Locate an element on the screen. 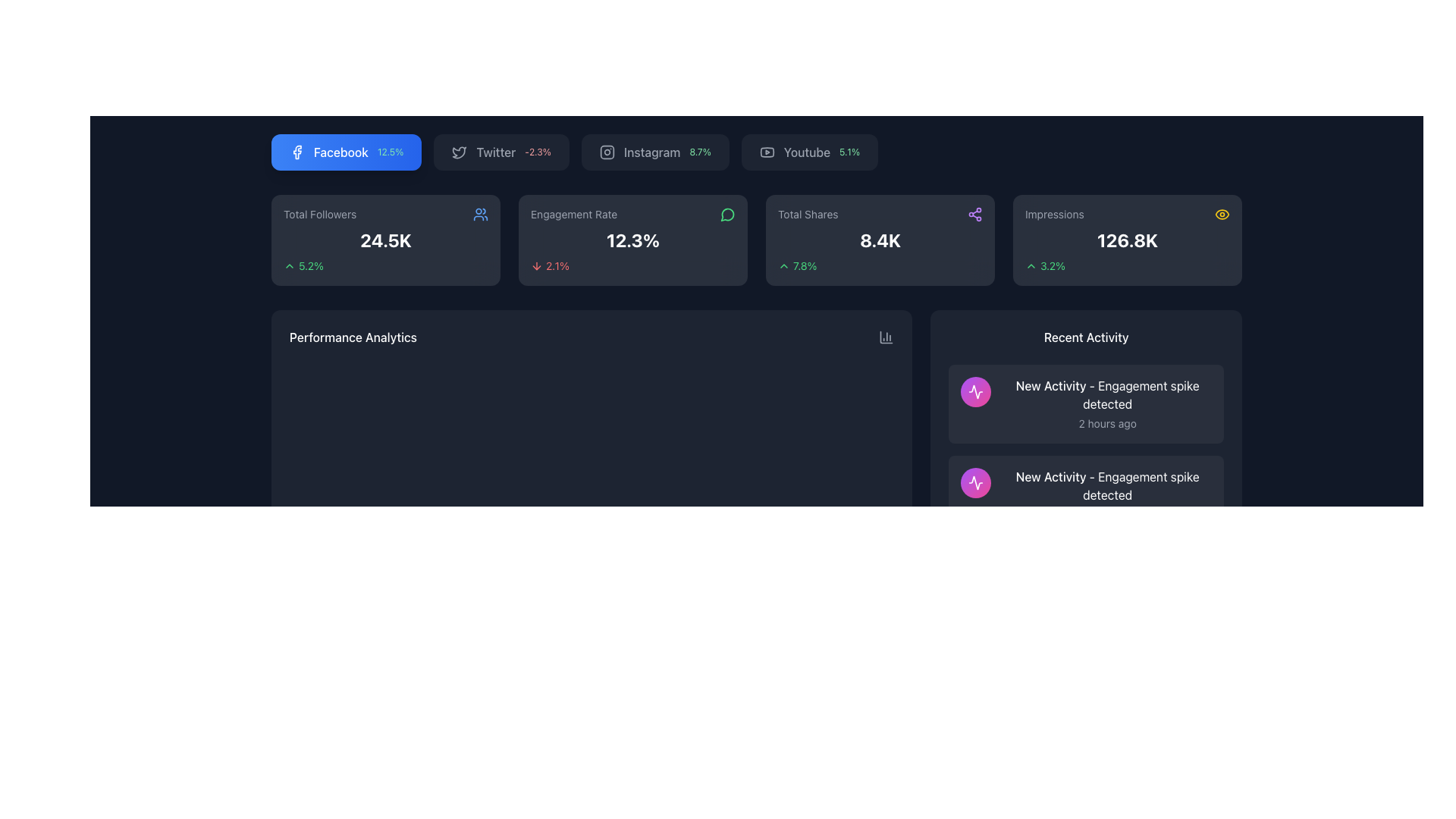 The height and width of the screenshot is (819, 1456). the Instagram icon, which visually represents the Instagram platform and is located to the left of the text 'Instagram 8.7%' in the social media options row is located at coordinates (607, 152).